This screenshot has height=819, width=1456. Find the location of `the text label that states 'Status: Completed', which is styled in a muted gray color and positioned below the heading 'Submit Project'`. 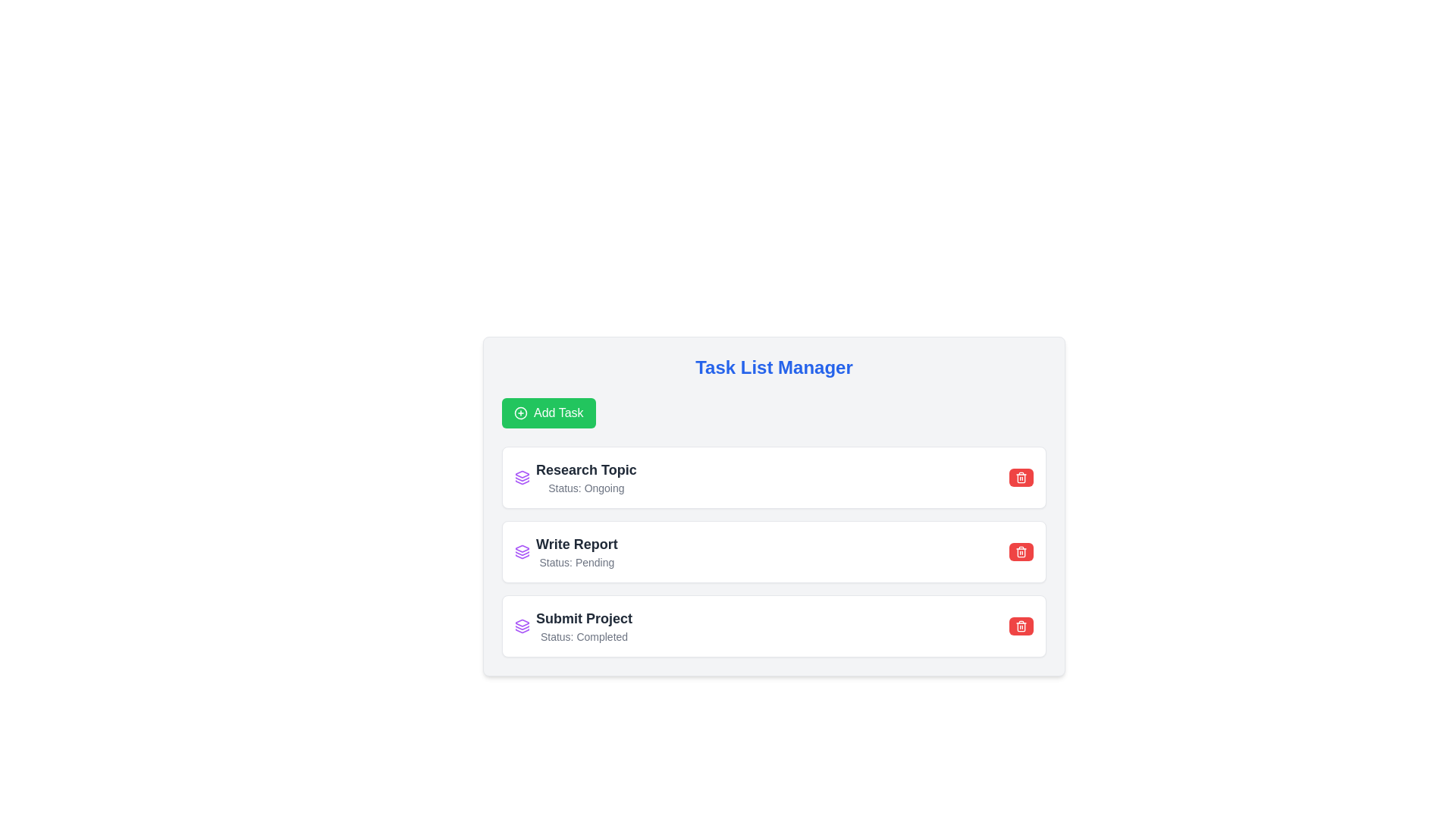

the text label that states 'Status: Completed', which is styled in a muted gray color and positioned below the heading 'Submit Project' is located at coordinates (583, 637).